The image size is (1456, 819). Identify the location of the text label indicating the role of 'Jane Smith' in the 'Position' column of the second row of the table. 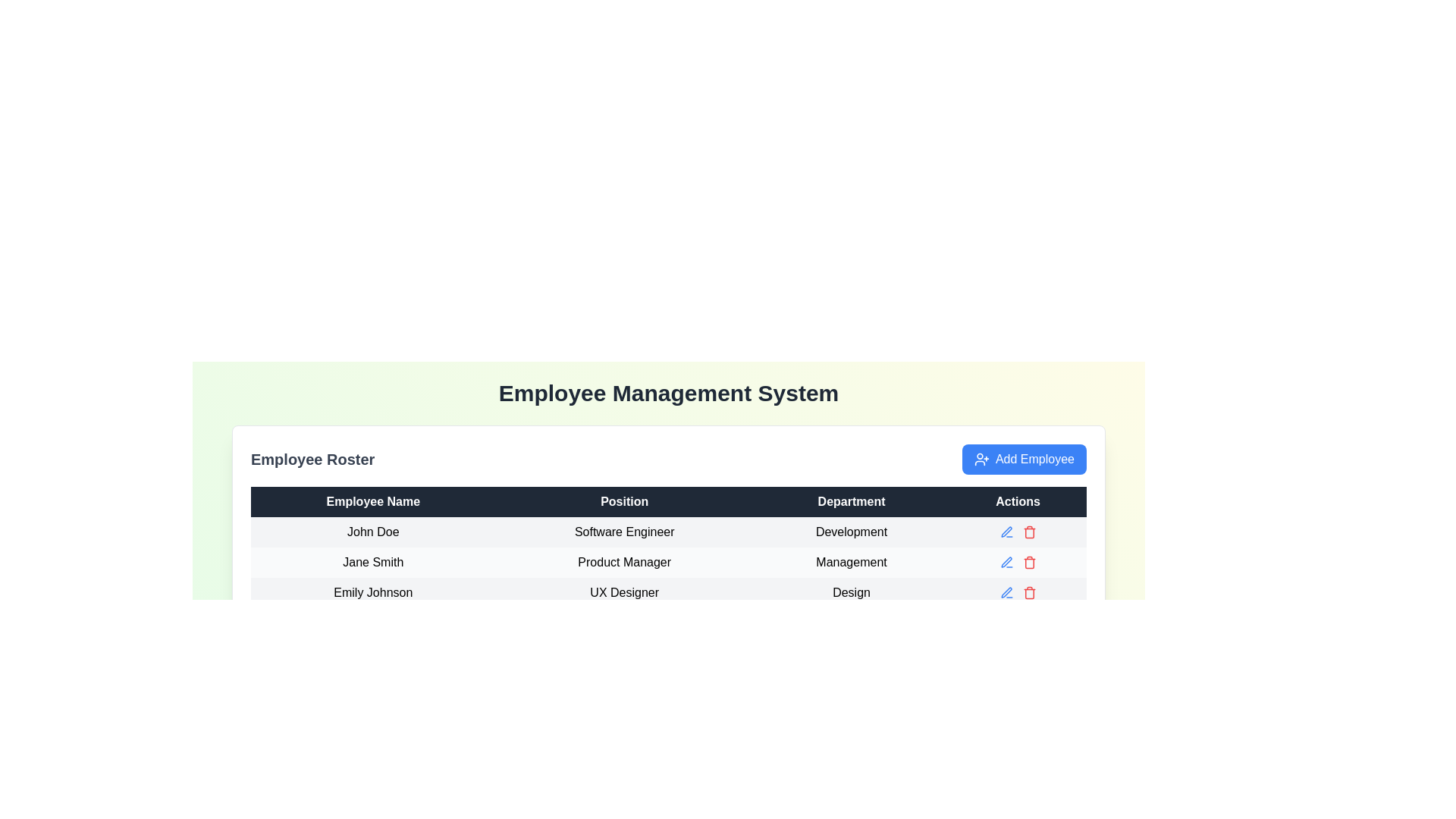
(624, 562).